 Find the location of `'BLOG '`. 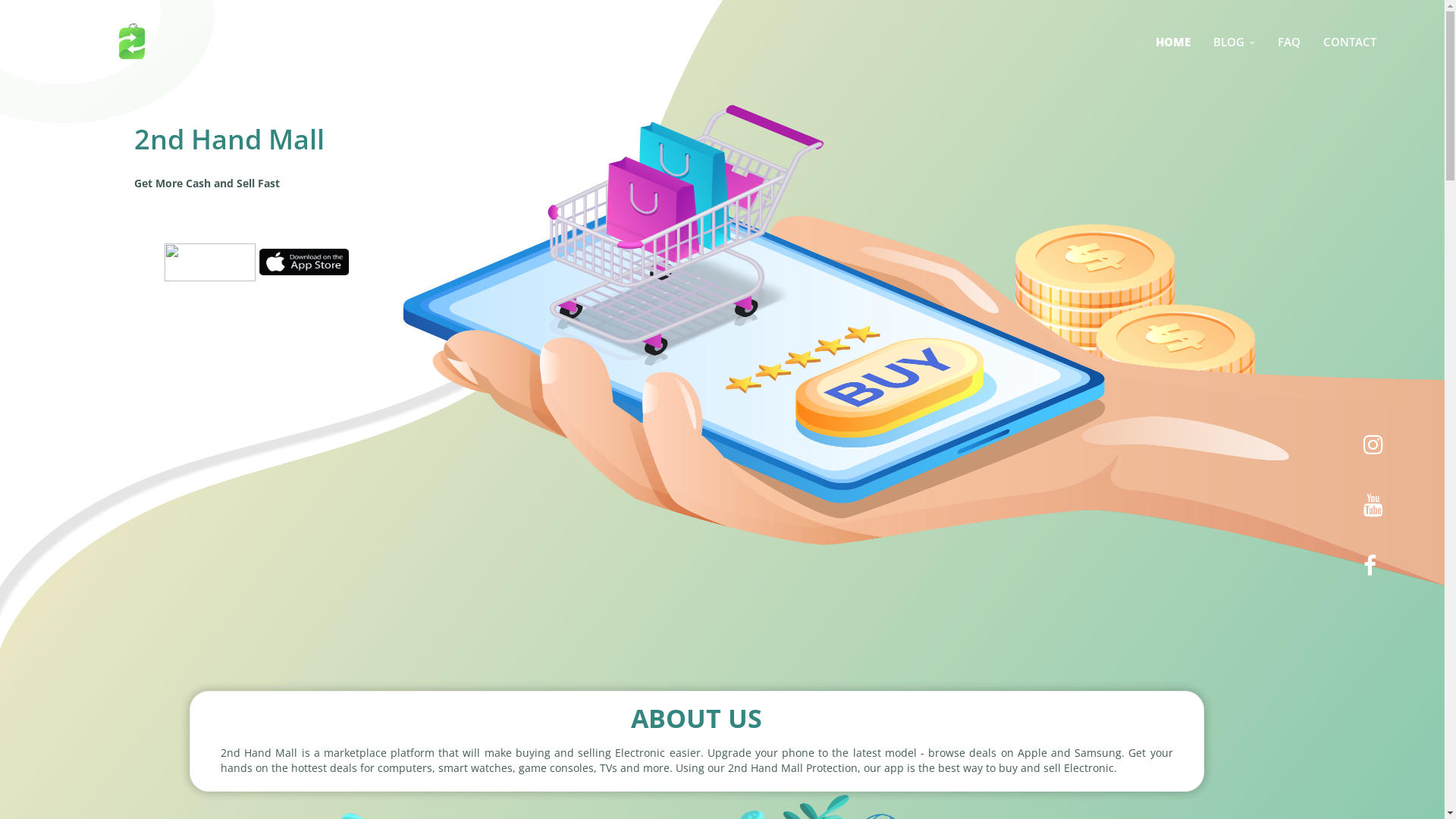

'BLOG ' is located at coordinates (1200, 40).